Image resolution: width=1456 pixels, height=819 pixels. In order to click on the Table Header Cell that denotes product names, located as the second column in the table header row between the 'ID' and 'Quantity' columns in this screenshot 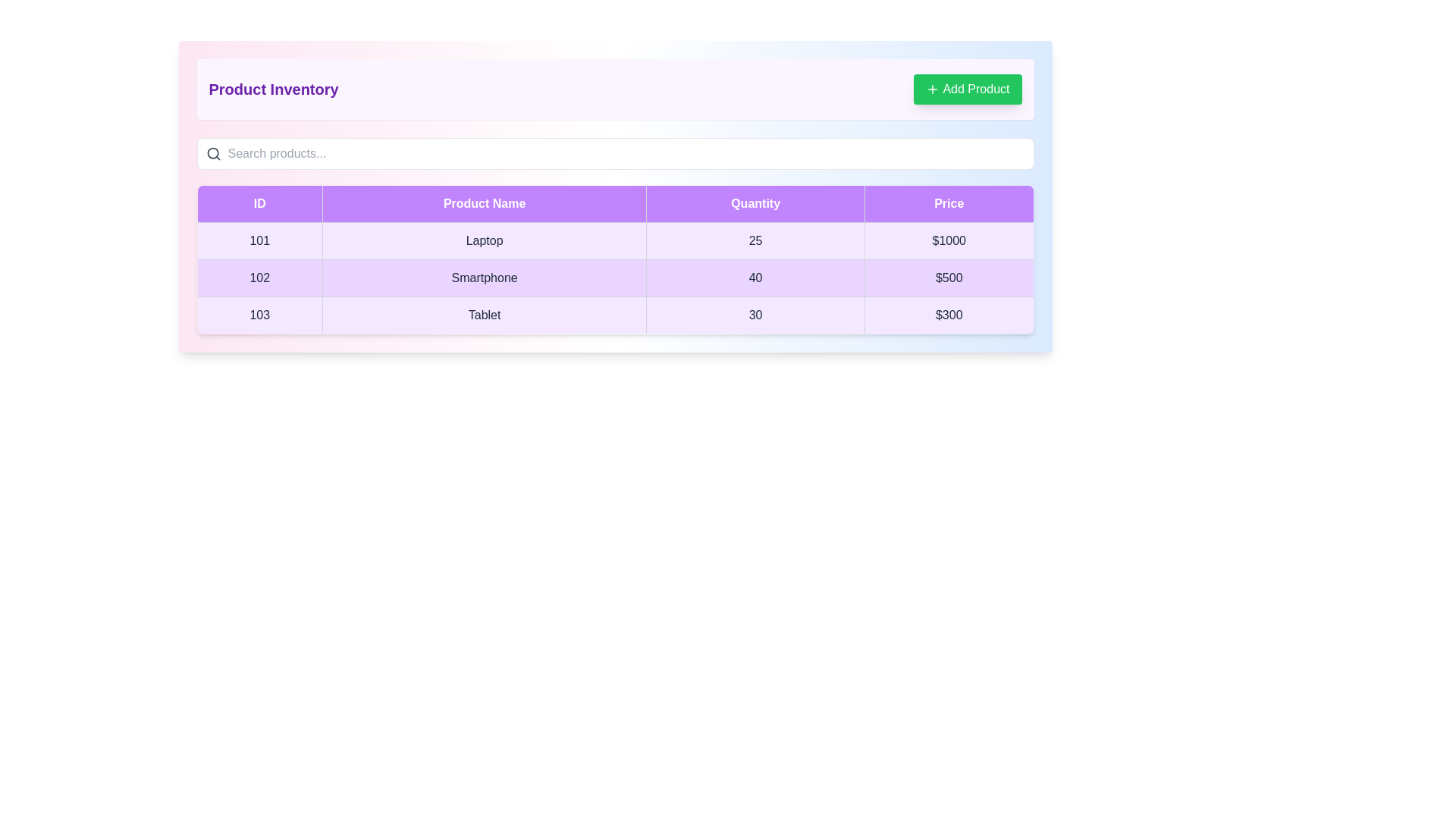, I will do `click(484, 203)`.